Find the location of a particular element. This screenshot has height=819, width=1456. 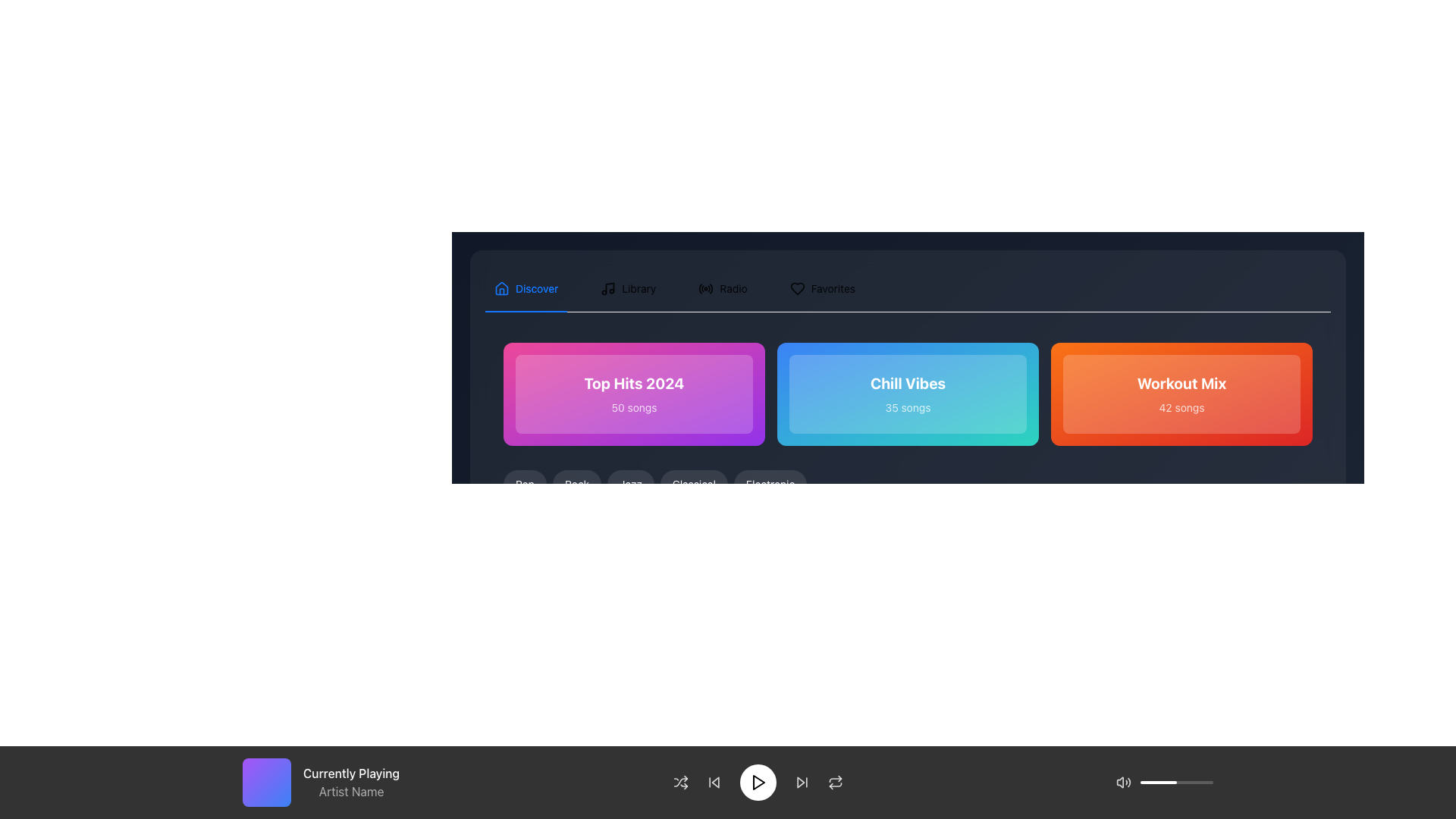

the skip button located on the bottom-right side of the interface within the horizontal control bar, which is the fourth item from the left is located at coordinates (801, 783).